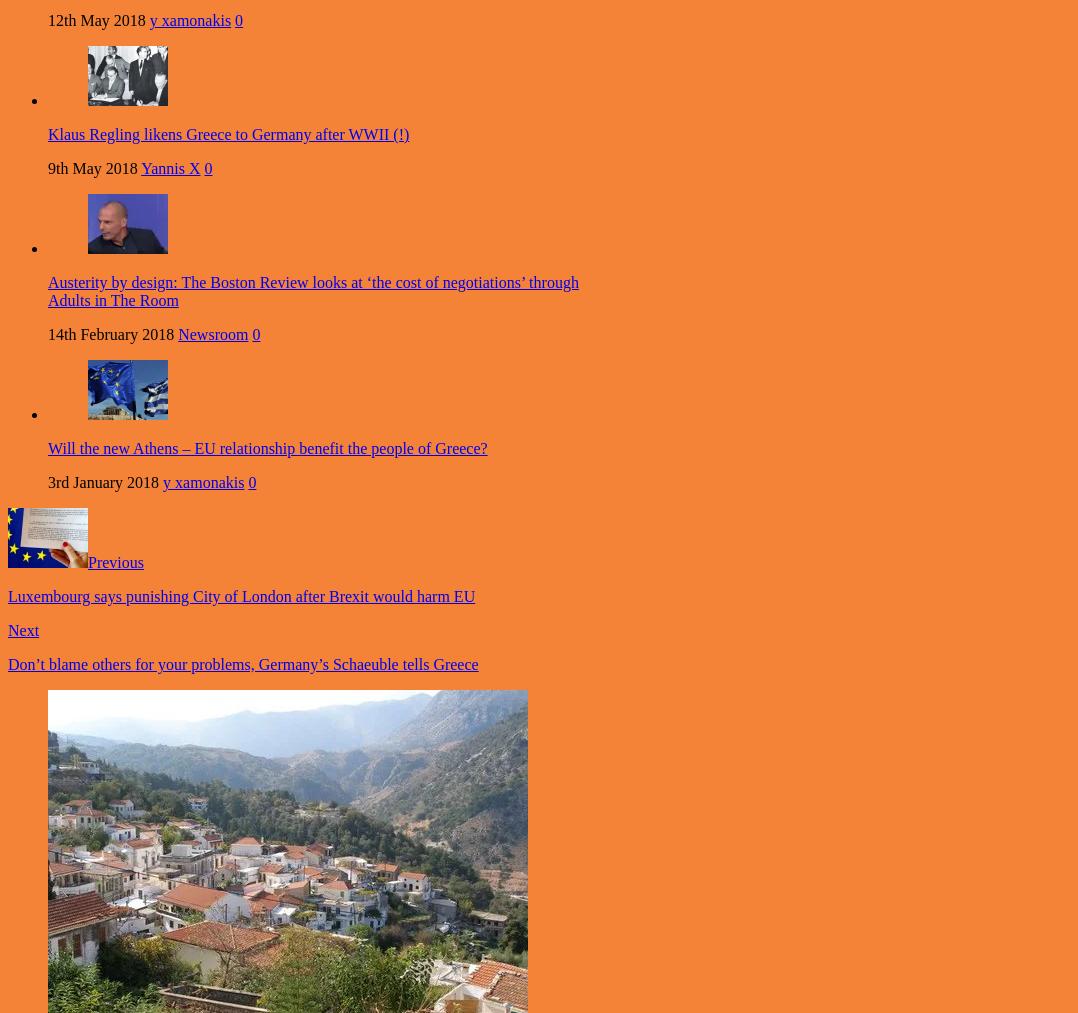 This screenshot has height=1013, width=1078. What do you see at coordinates (240, 596) in the screenshot?
I see `'Luxembourg says punishing City of London after Brexit would harm EU'` at bounding box center [240, 596].